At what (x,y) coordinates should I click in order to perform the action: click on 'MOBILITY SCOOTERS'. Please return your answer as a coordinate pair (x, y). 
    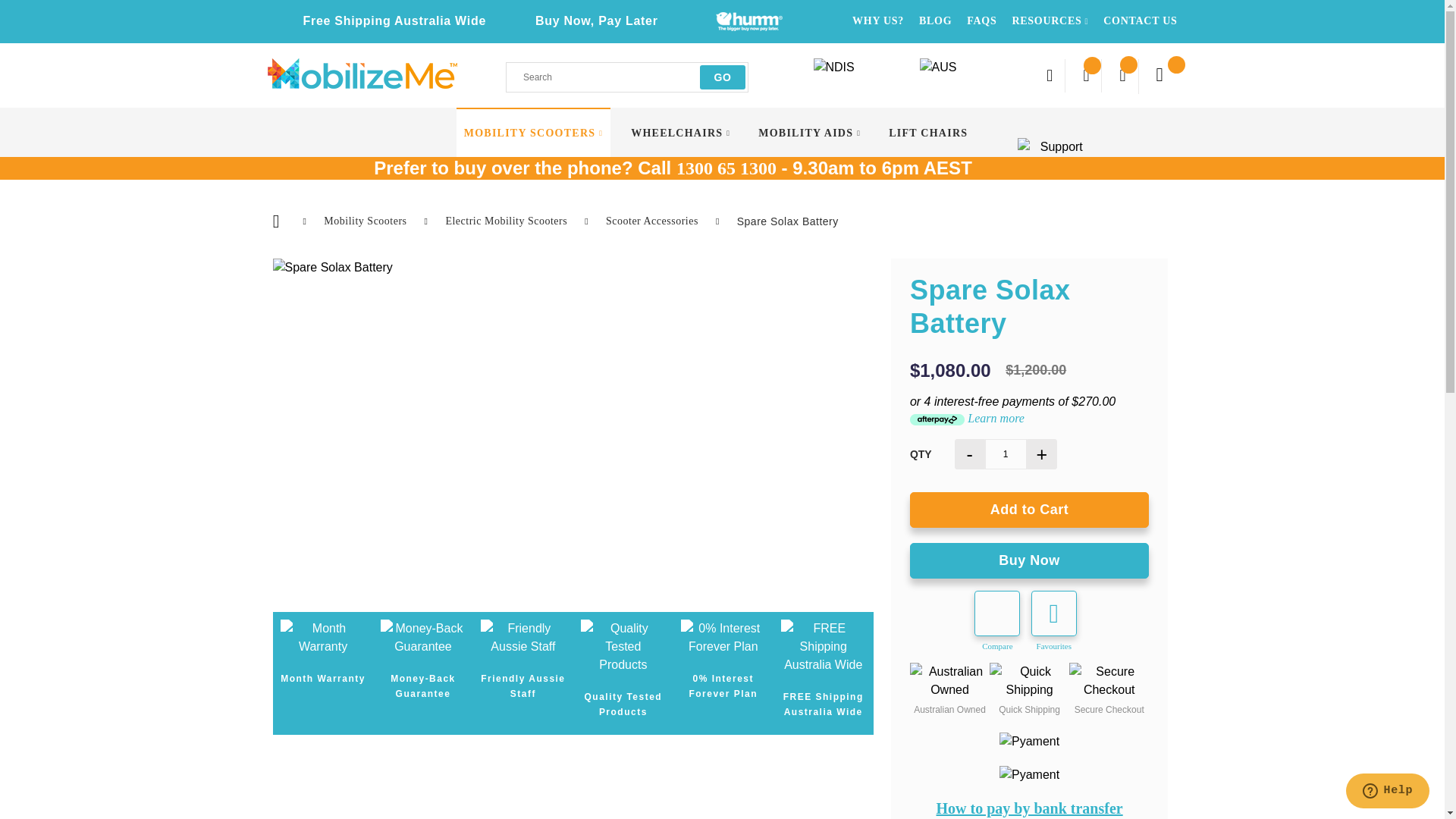
    Looking at the image, I should click on (534, 132).